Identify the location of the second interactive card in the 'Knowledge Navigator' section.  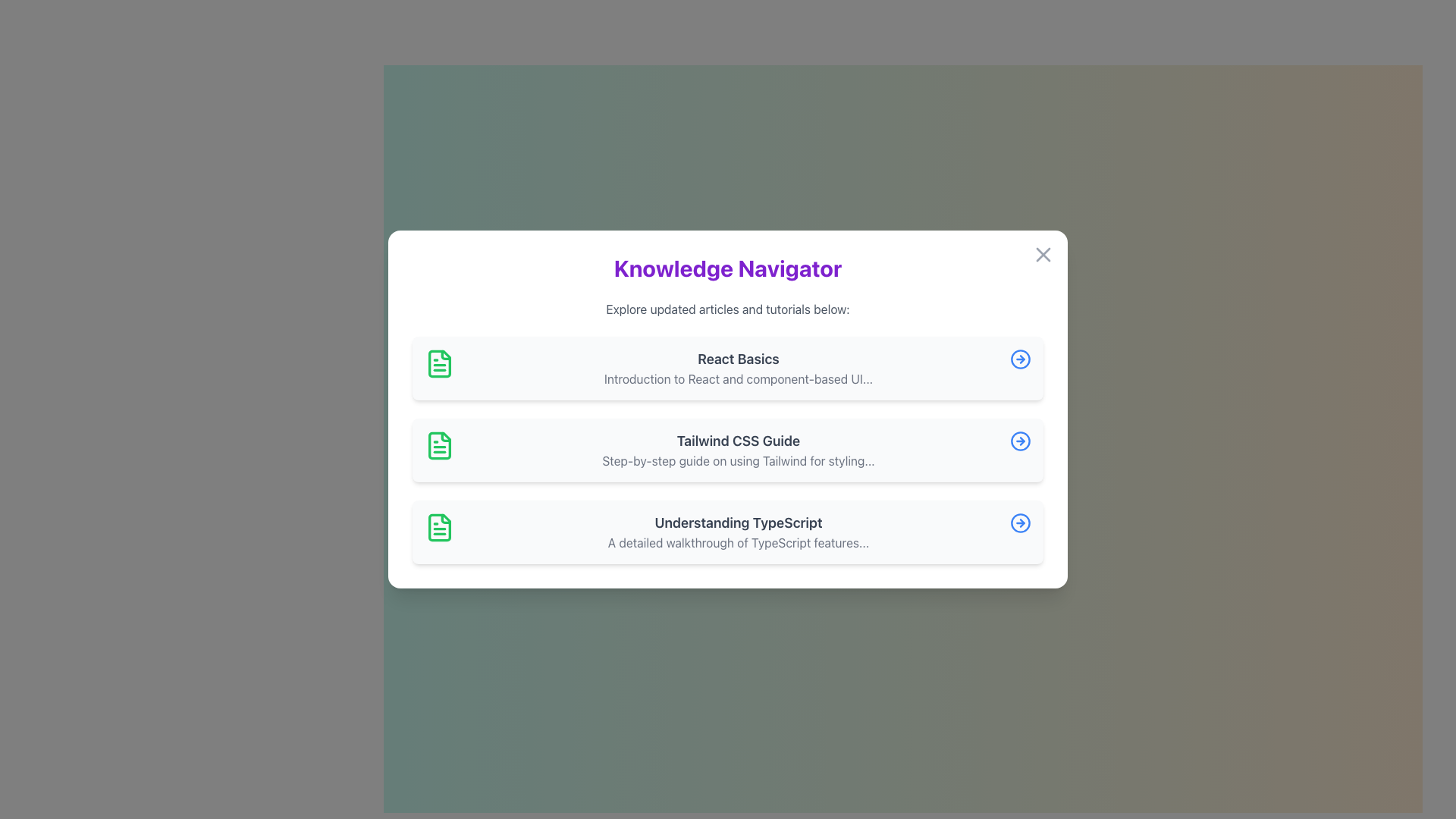
(728, 450).